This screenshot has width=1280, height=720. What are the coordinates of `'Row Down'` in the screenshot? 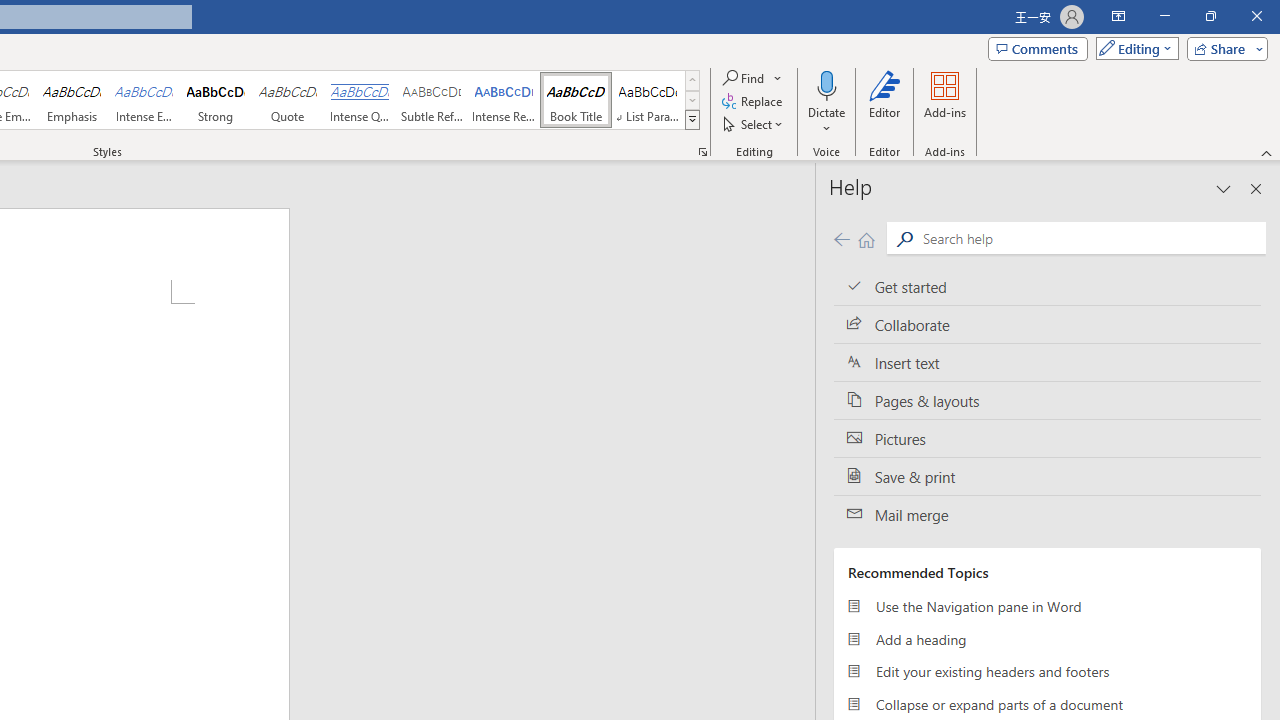 It's located at (692, 100).